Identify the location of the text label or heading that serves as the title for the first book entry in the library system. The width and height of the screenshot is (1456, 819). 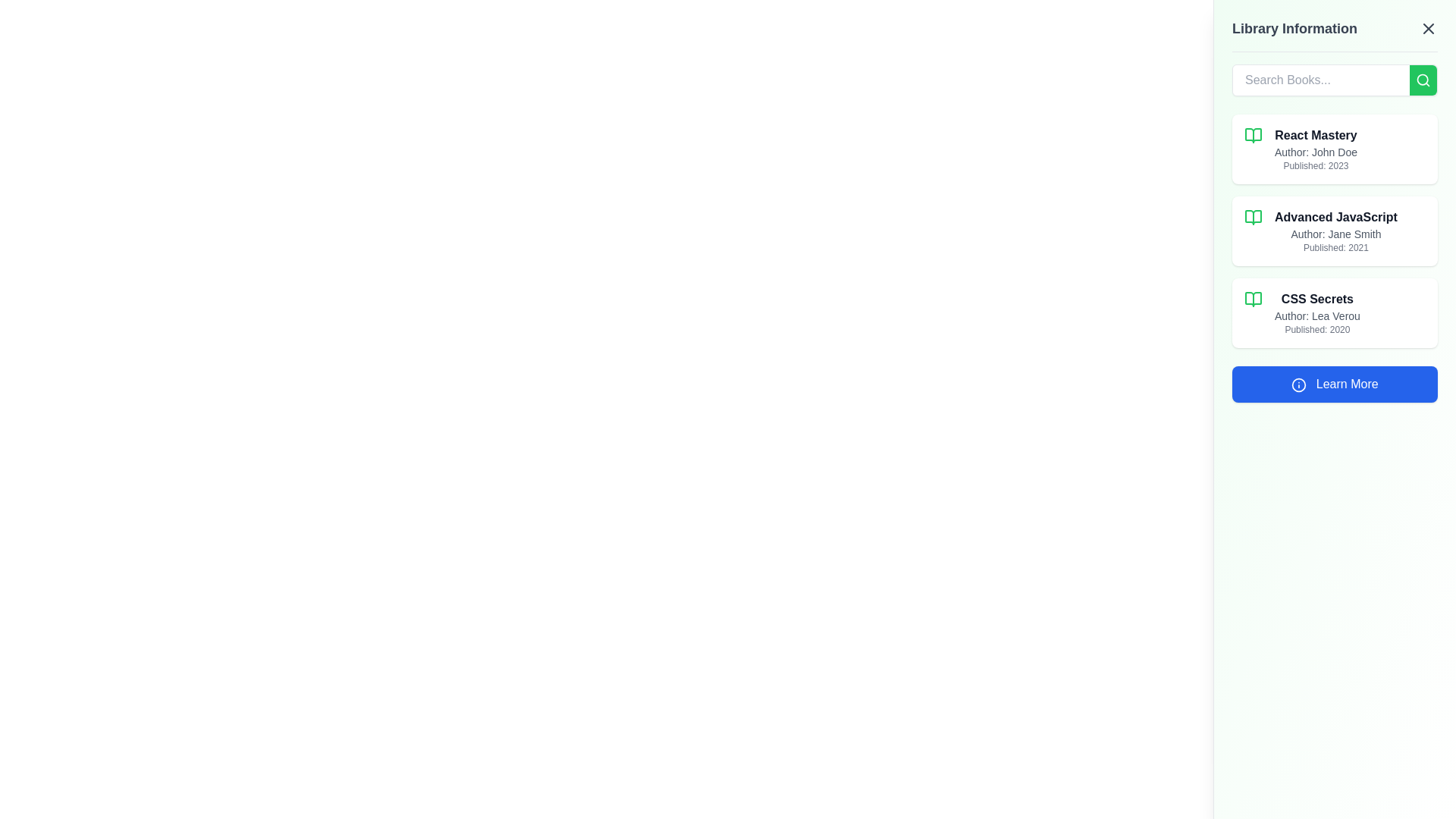
(1315, 134).